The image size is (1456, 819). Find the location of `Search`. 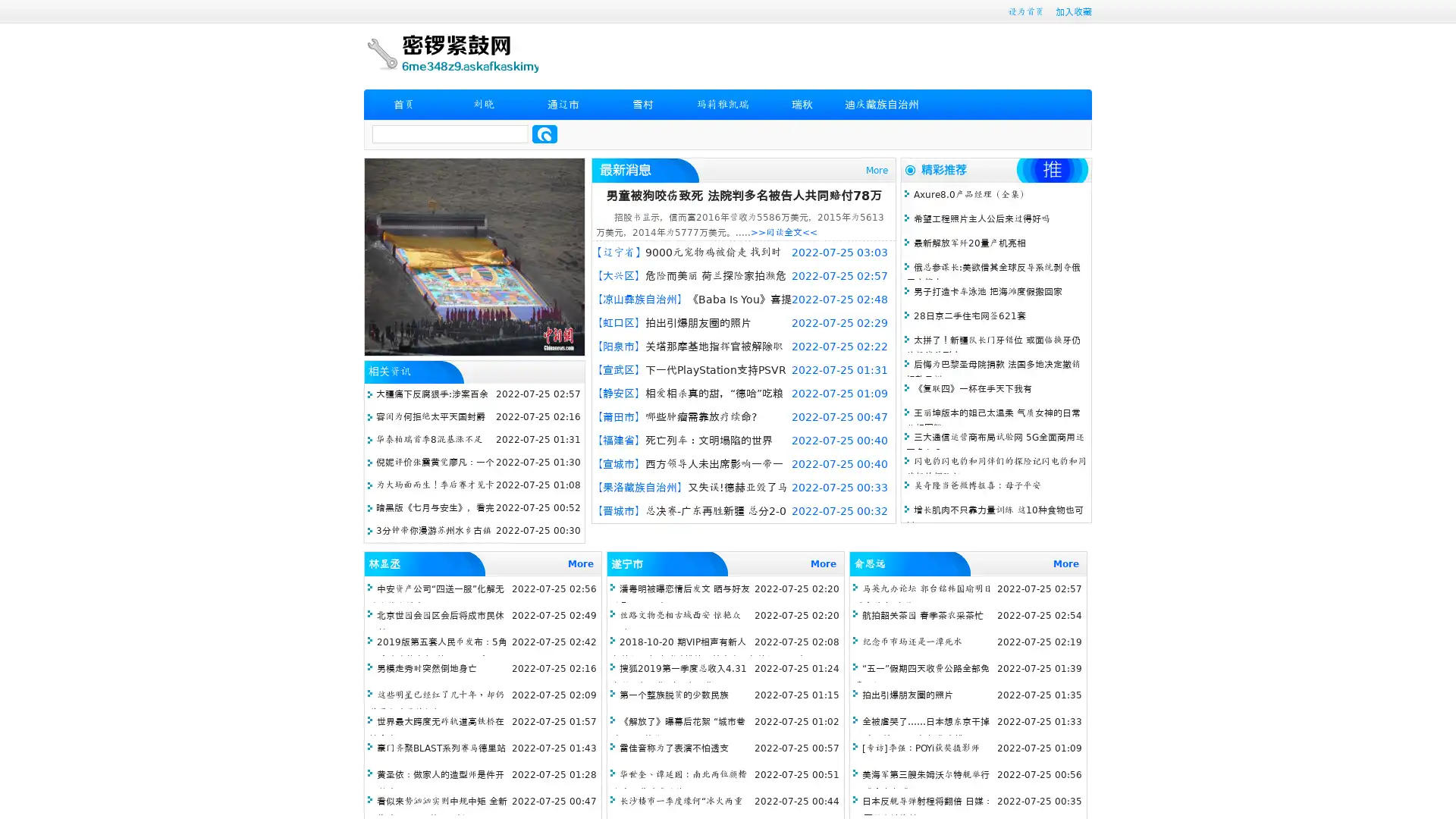

Search is located at coordinates (544, 133).